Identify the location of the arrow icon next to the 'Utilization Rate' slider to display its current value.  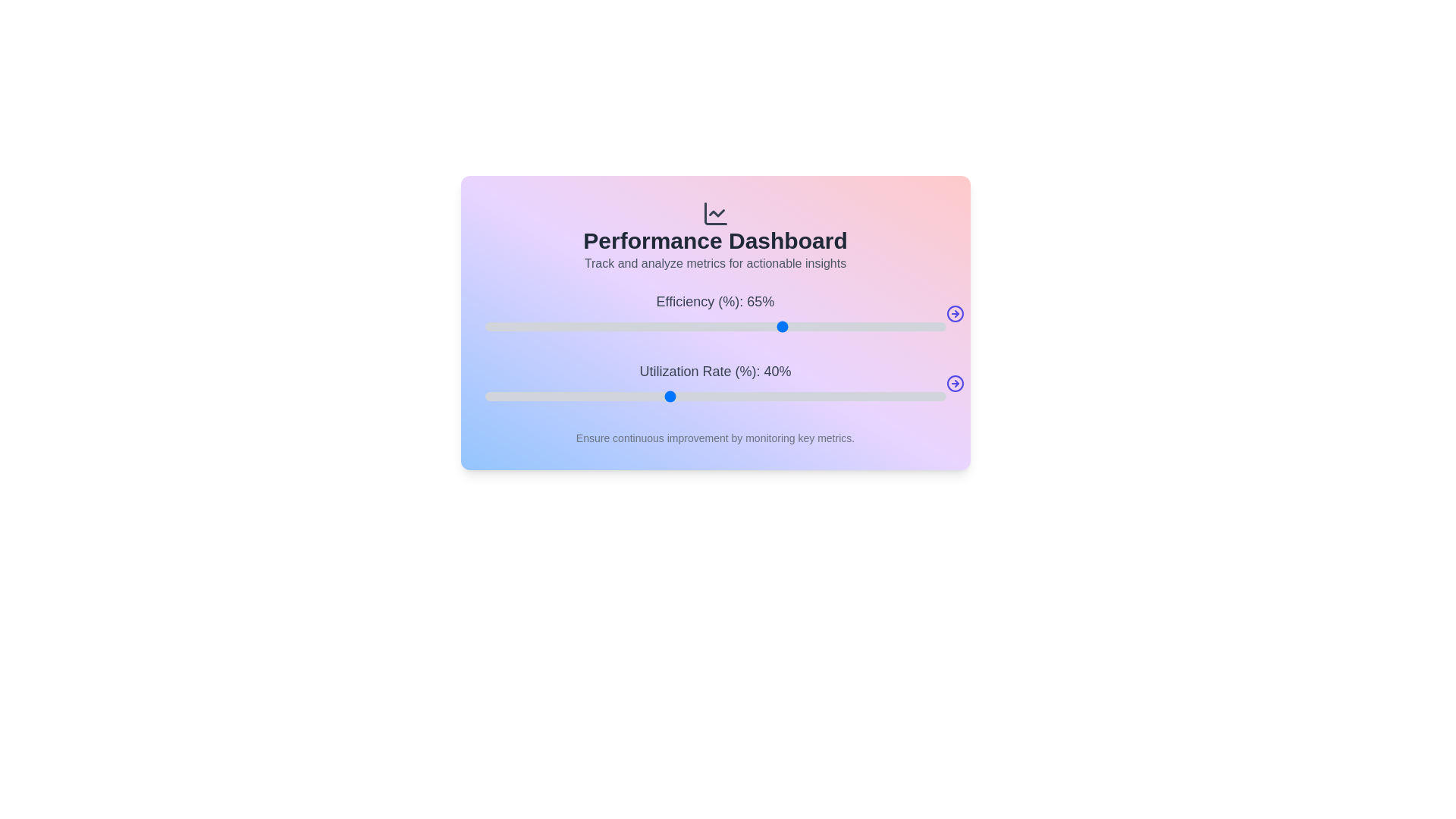
(954, 382).